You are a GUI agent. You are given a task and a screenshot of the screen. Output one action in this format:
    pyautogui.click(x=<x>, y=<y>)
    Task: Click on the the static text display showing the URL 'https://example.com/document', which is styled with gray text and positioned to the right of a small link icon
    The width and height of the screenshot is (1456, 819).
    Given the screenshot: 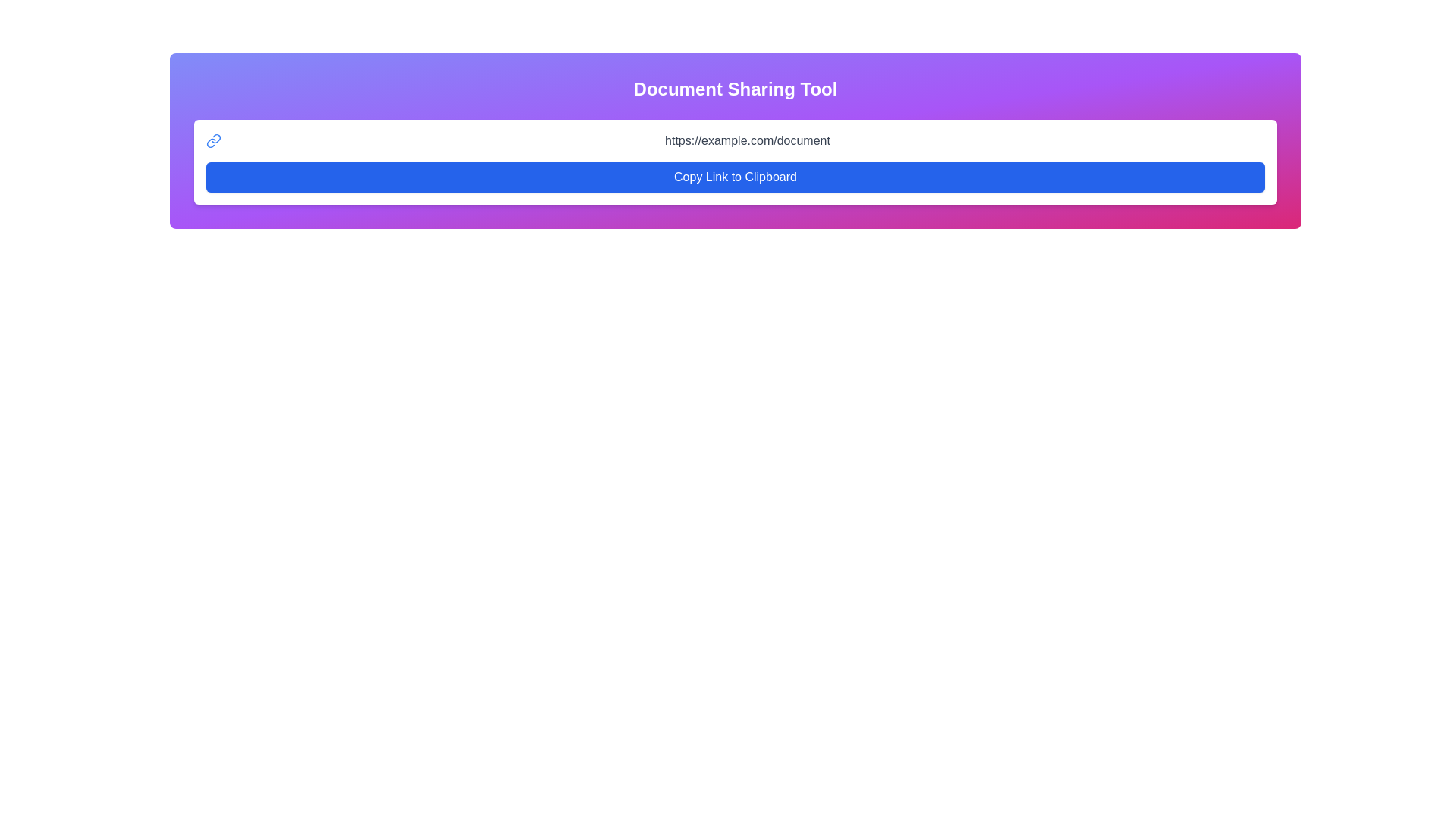 What is the action you would take?
    pyautogui.click(x=747, y=140)
    